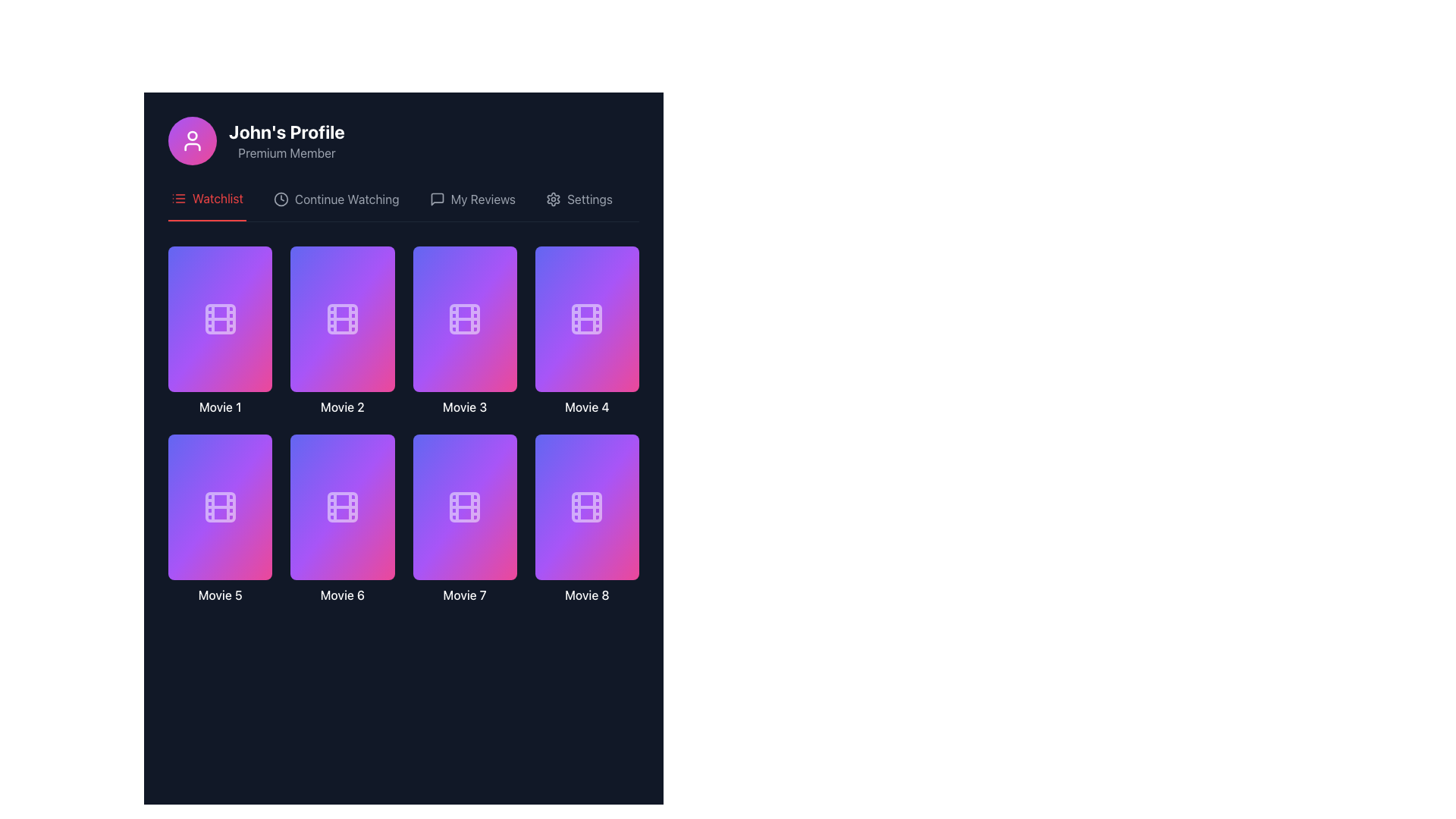  I want to click on the speech bubble icon with a gray outline located in the navigation bar, so click(436, 198).